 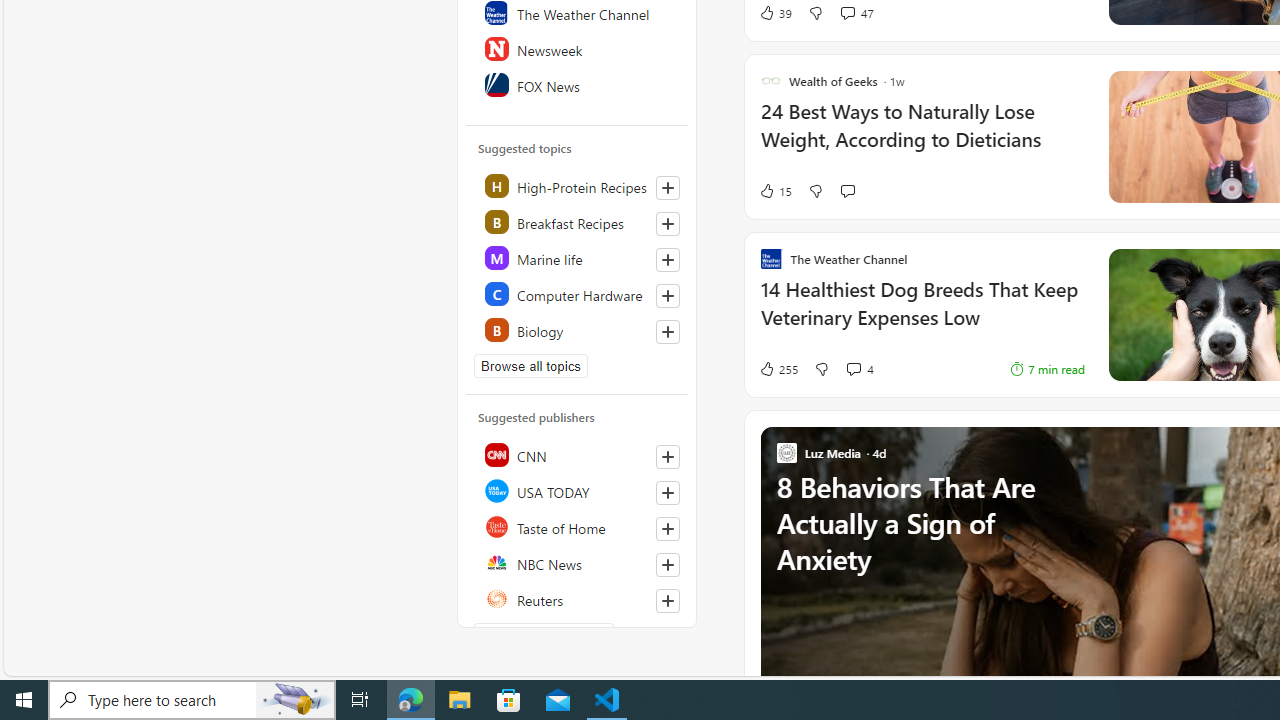 What do you see at coordinates (853, 368) in the screenshot?
I see `'View comments 4 Comment'` at bounding box center [853, 368].